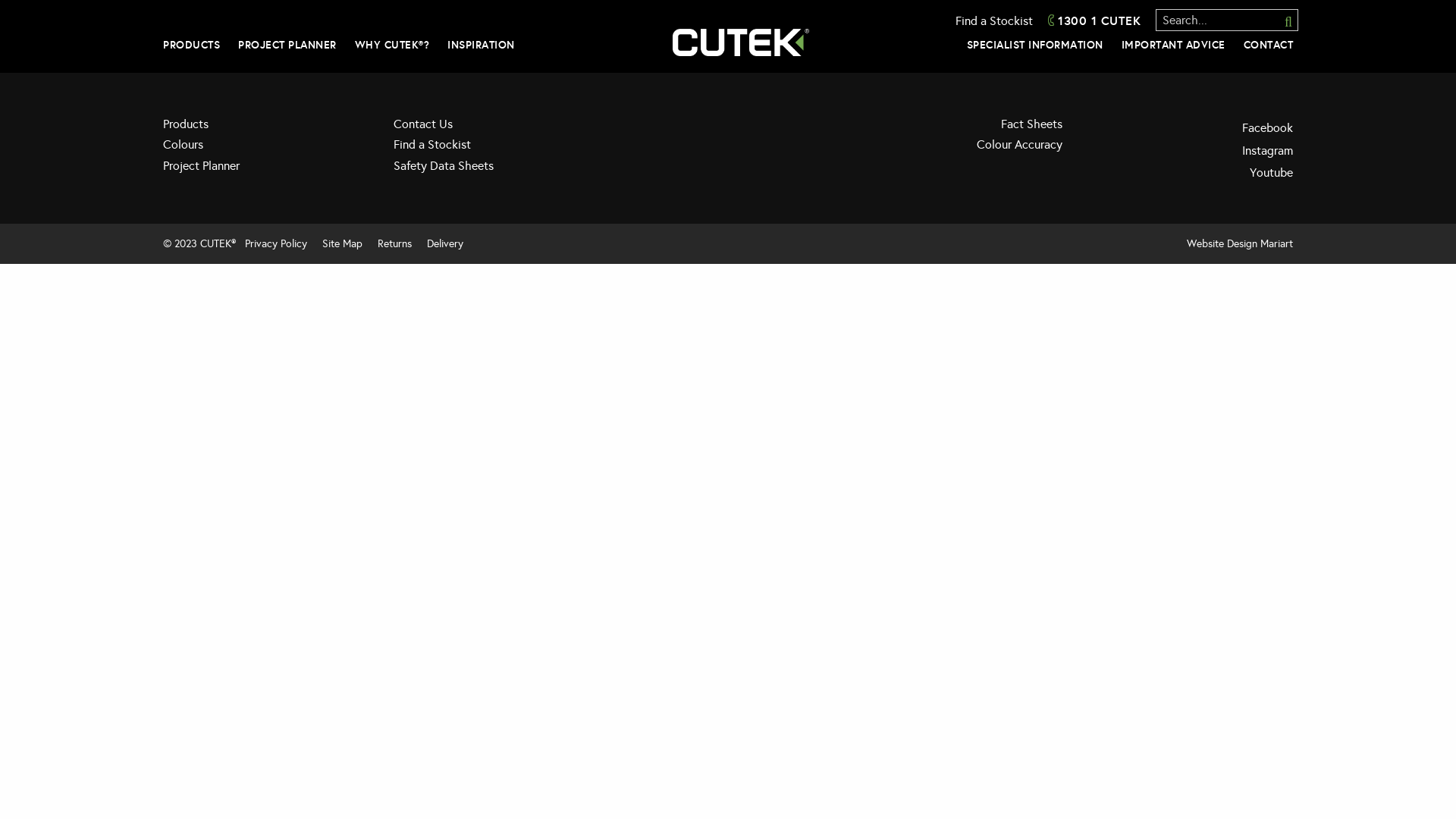 The image size is (1456, 819). I want to click on 'Returns', so click(394, 243).